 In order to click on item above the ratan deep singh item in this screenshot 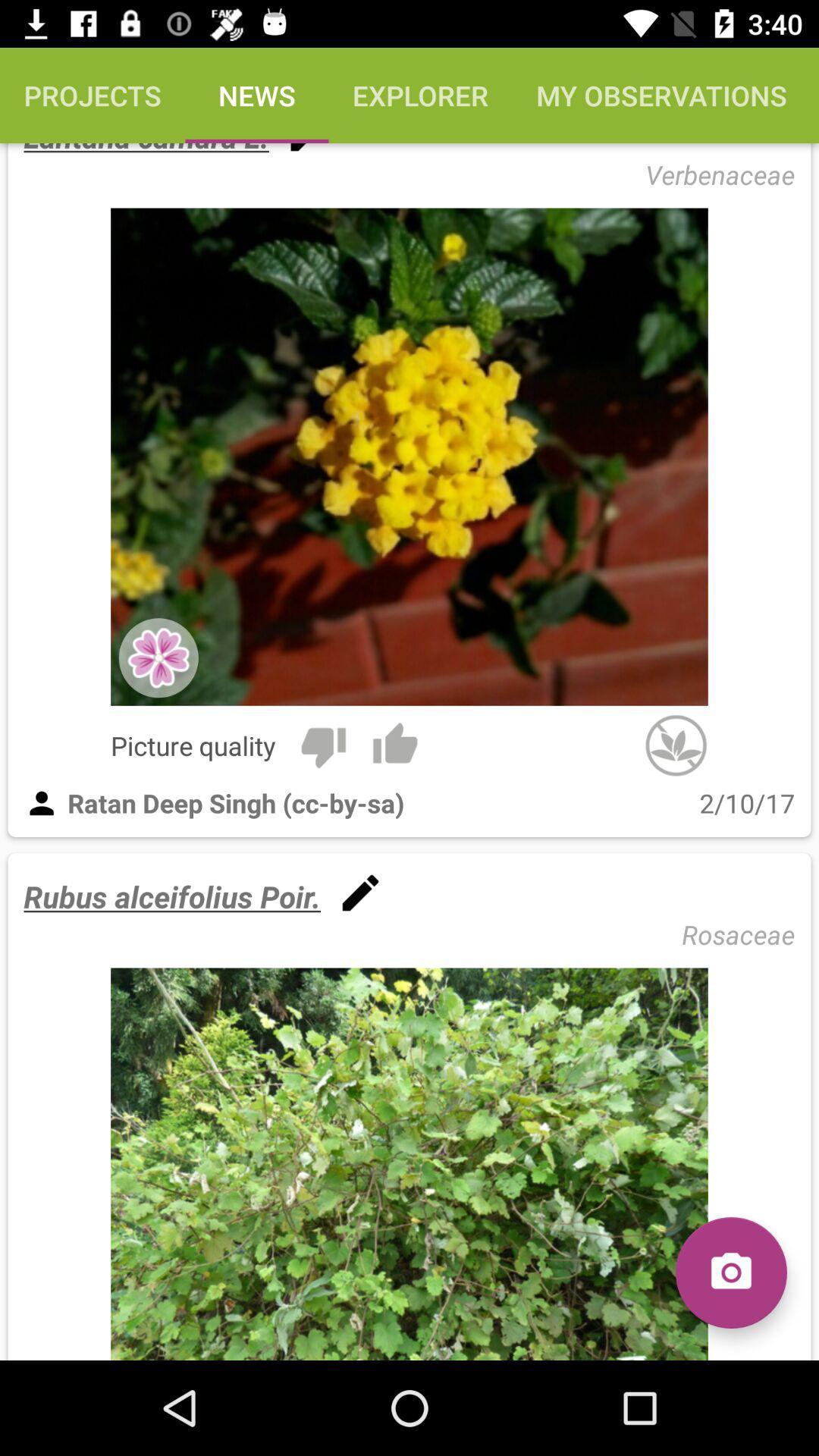, I will do `click(322, 745)`.